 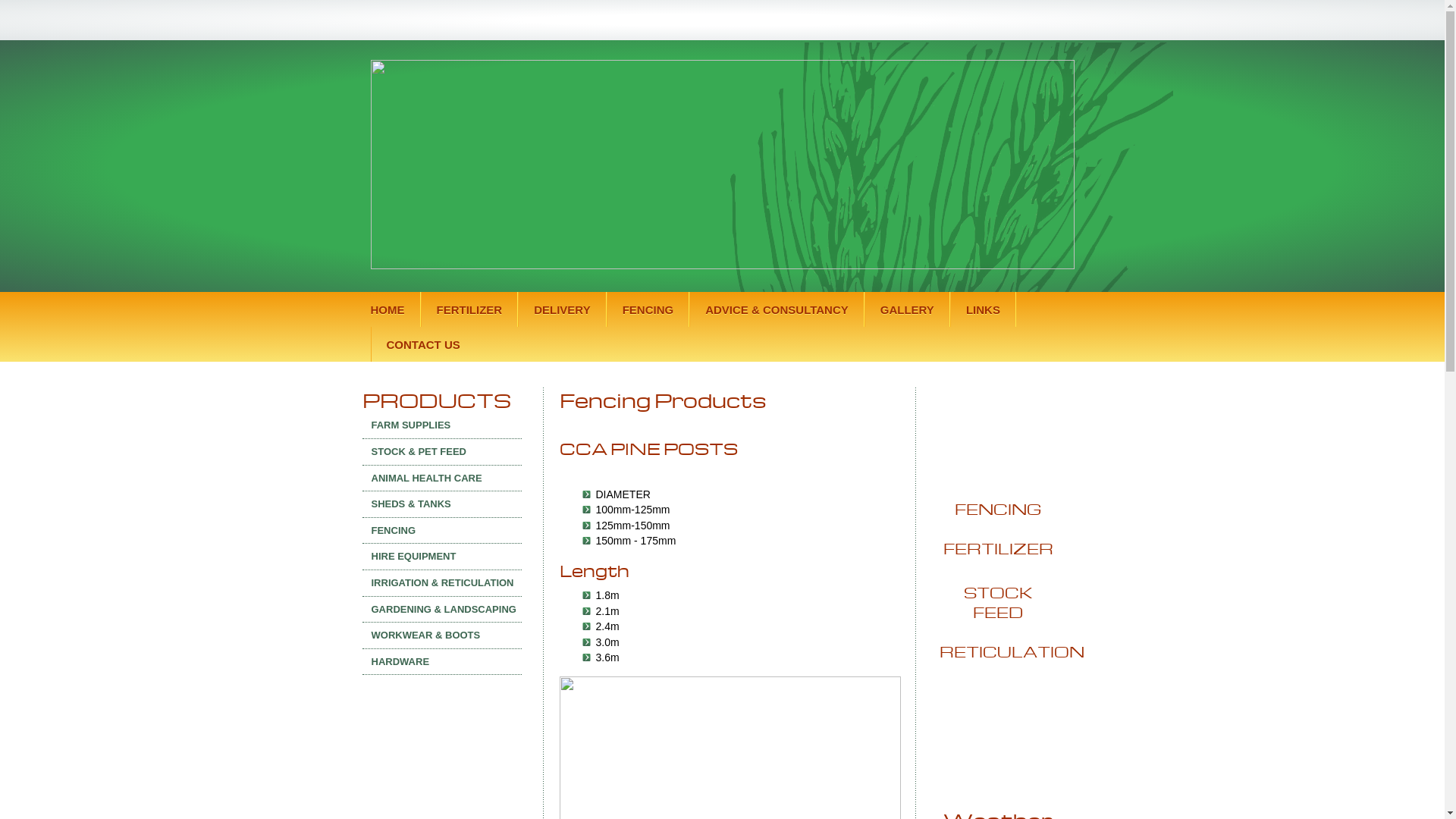 I want to click on 'IRRIGATION & RETICULATION', so click(x=441, y=582).